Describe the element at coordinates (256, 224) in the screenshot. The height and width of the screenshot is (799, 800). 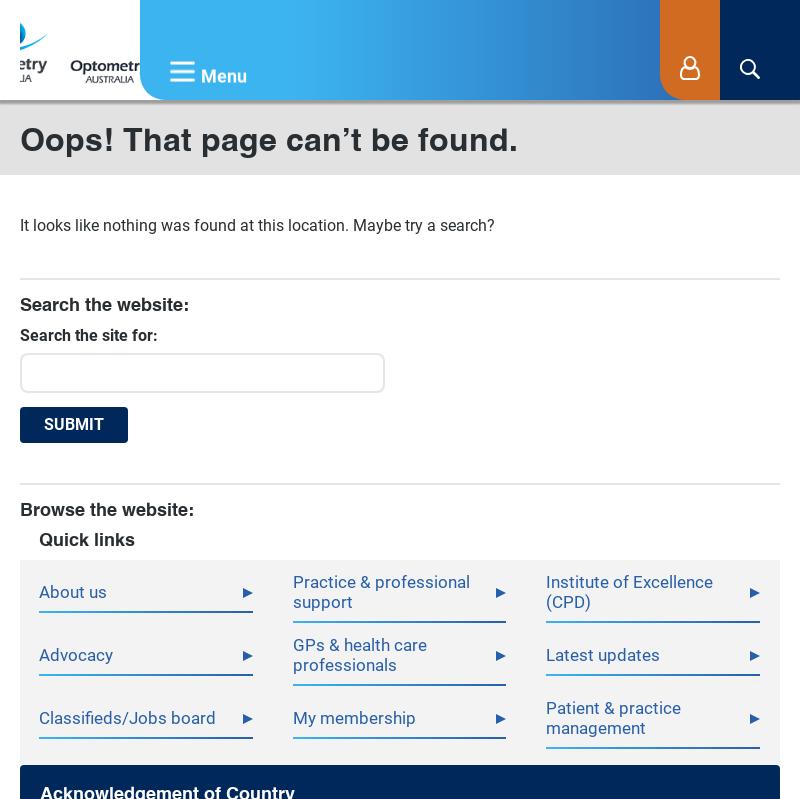
I see `'It looks like nothing was found at this location. Maybe try a search?'` at that location.